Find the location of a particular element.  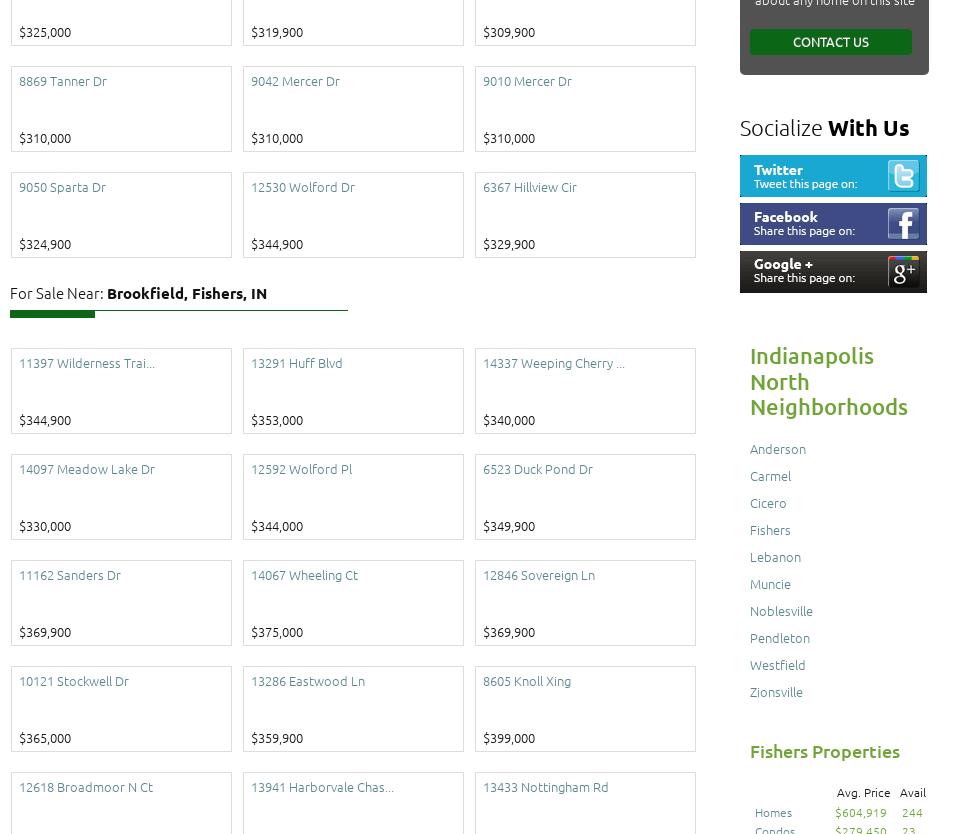

'Cicero' is located at coordinates (767, 501).